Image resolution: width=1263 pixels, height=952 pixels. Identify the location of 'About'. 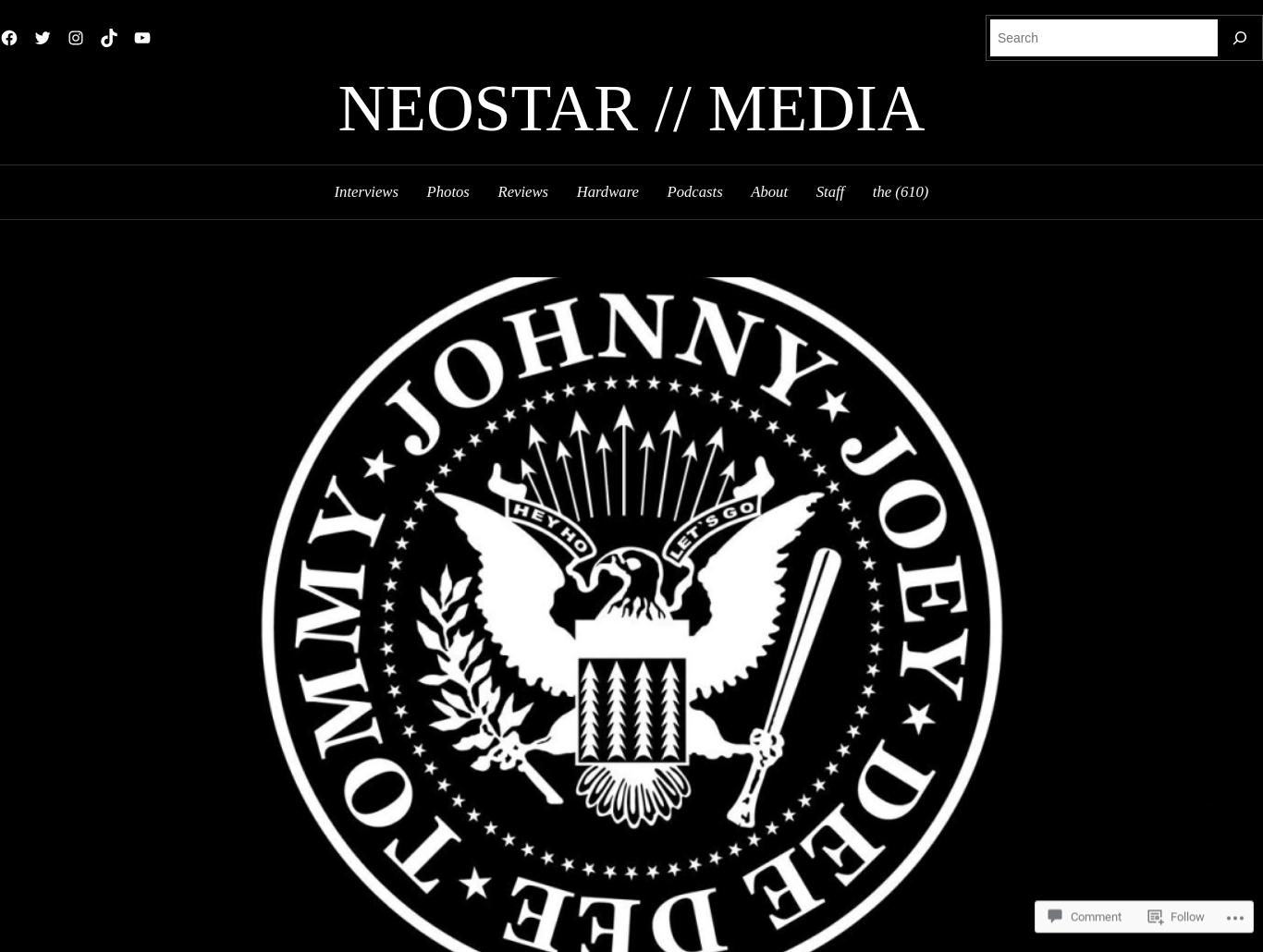
(749, 190).